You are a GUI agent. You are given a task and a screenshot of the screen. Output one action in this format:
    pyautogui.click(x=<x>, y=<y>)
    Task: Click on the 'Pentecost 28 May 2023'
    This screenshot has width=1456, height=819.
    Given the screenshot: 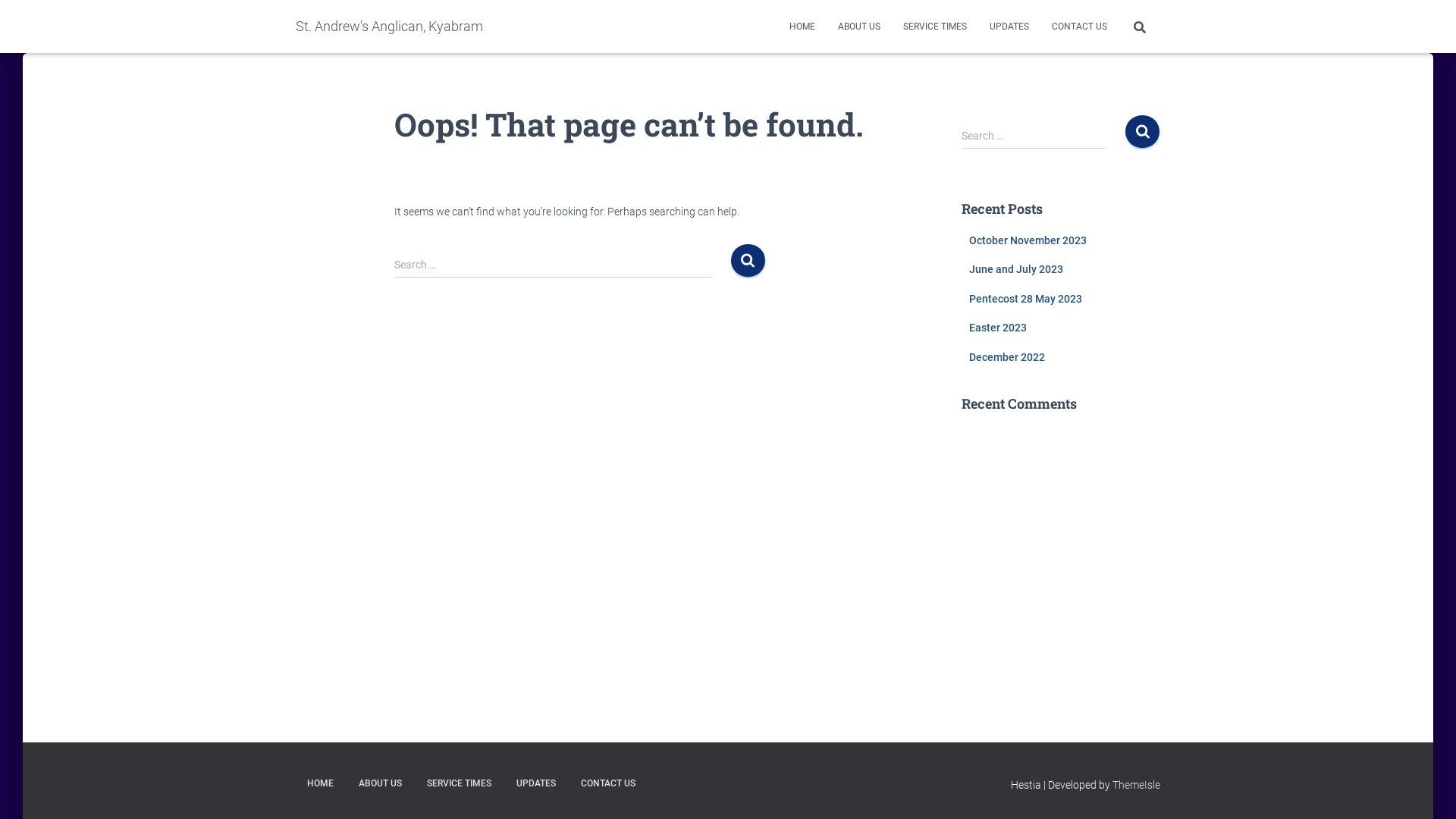 What is the action you would take?
    pyautogui.click(x=968, y=298)
    